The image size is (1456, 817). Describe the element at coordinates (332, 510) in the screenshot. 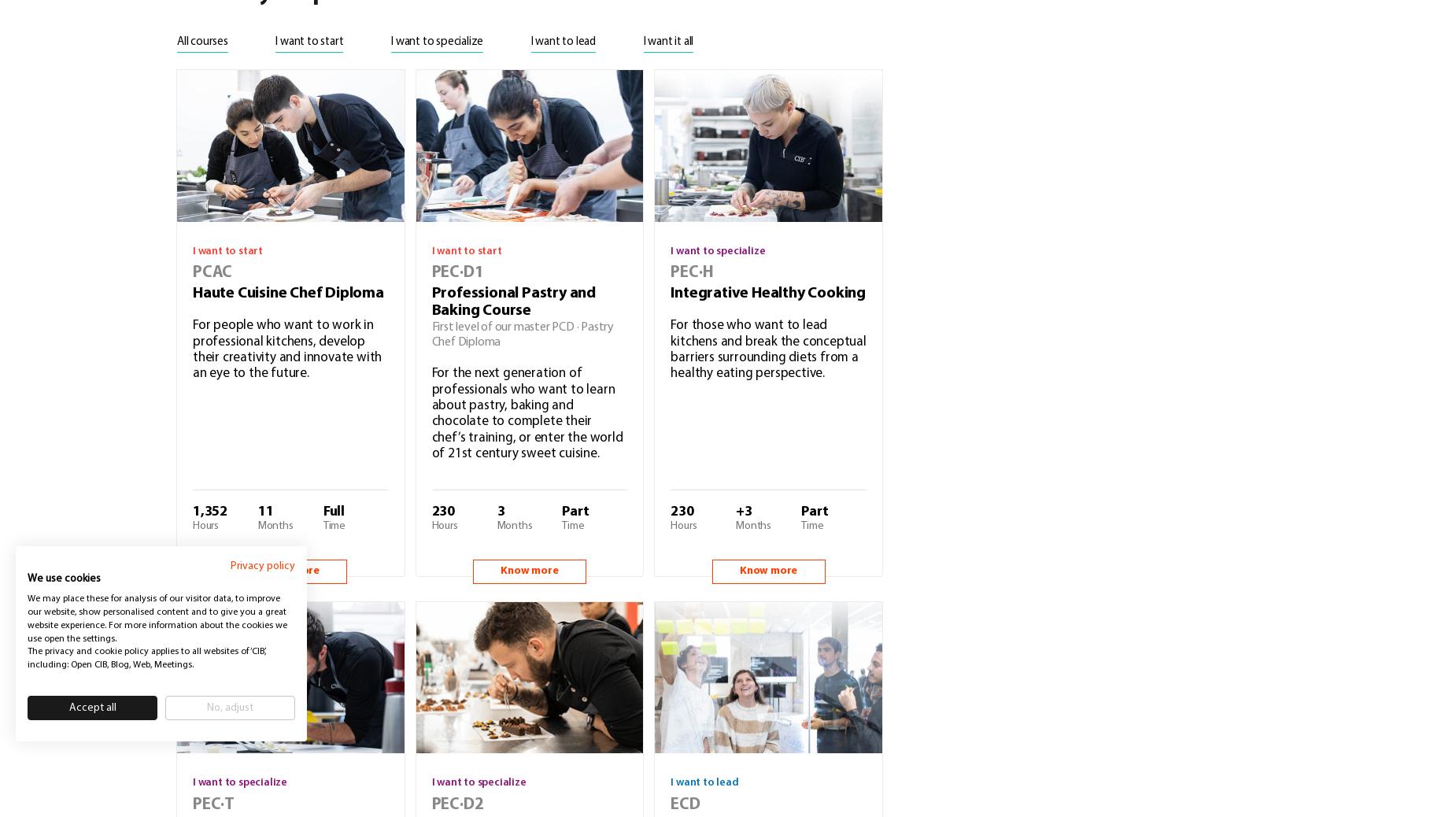

I see `'Full'` at that location.